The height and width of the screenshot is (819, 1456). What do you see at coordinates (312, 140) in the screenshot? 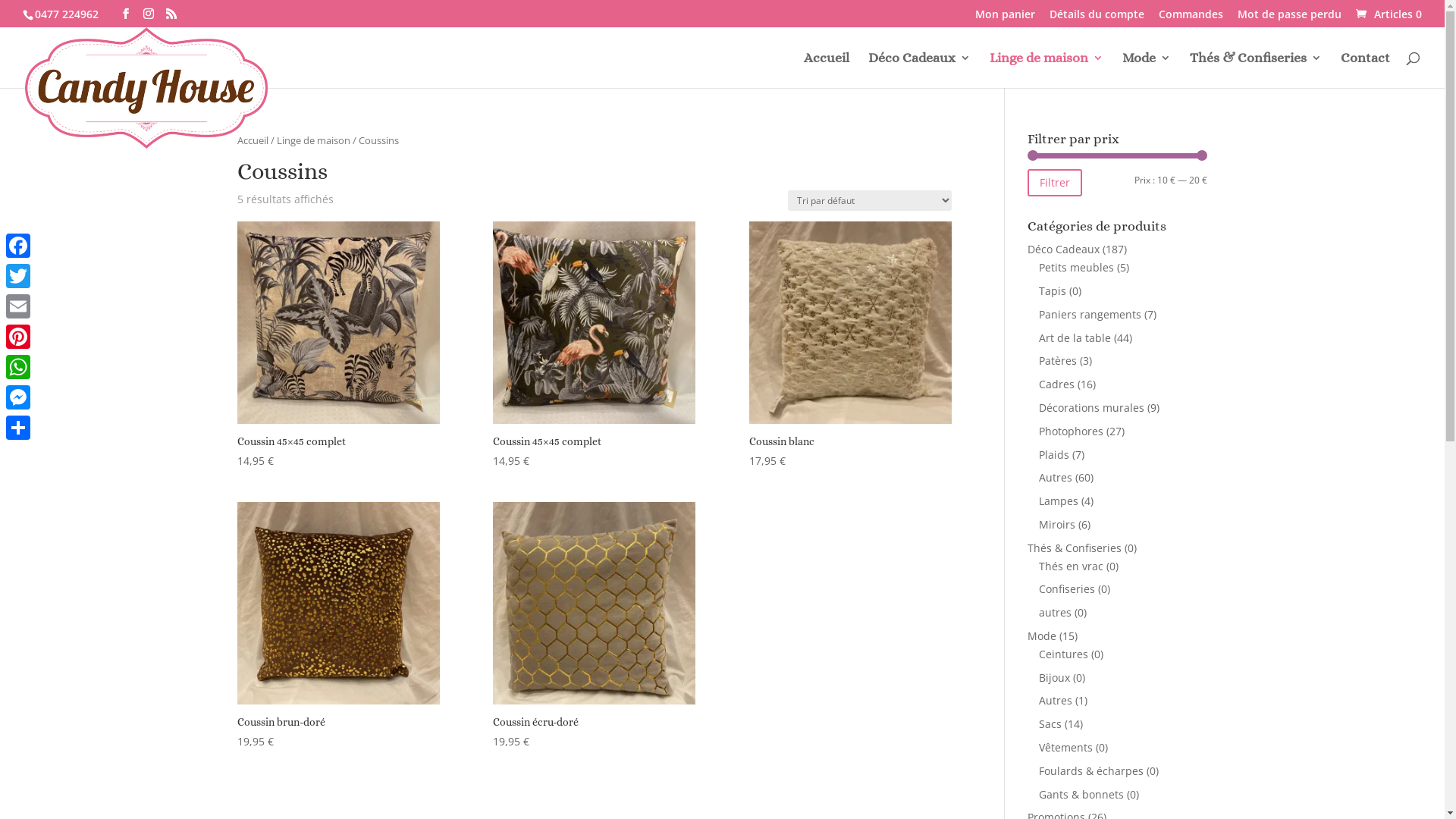
I see `'Linge de maison'` at bounding box center [312, 140].